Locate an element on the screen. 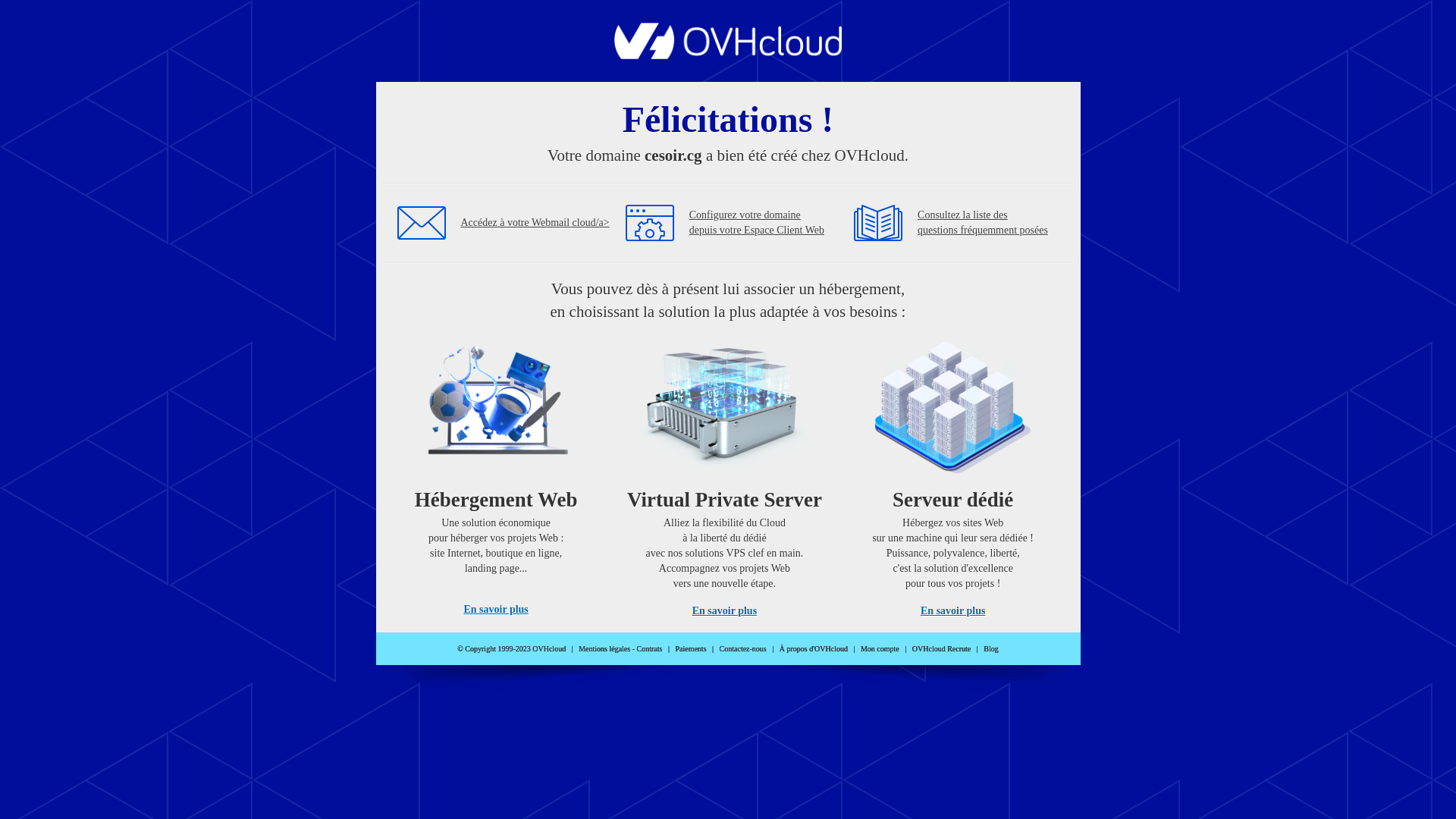 Image resolution: width=1456 pixels, height=819 pixels. 'OVHcloud Recrute' is located at coordinates (940, 648).